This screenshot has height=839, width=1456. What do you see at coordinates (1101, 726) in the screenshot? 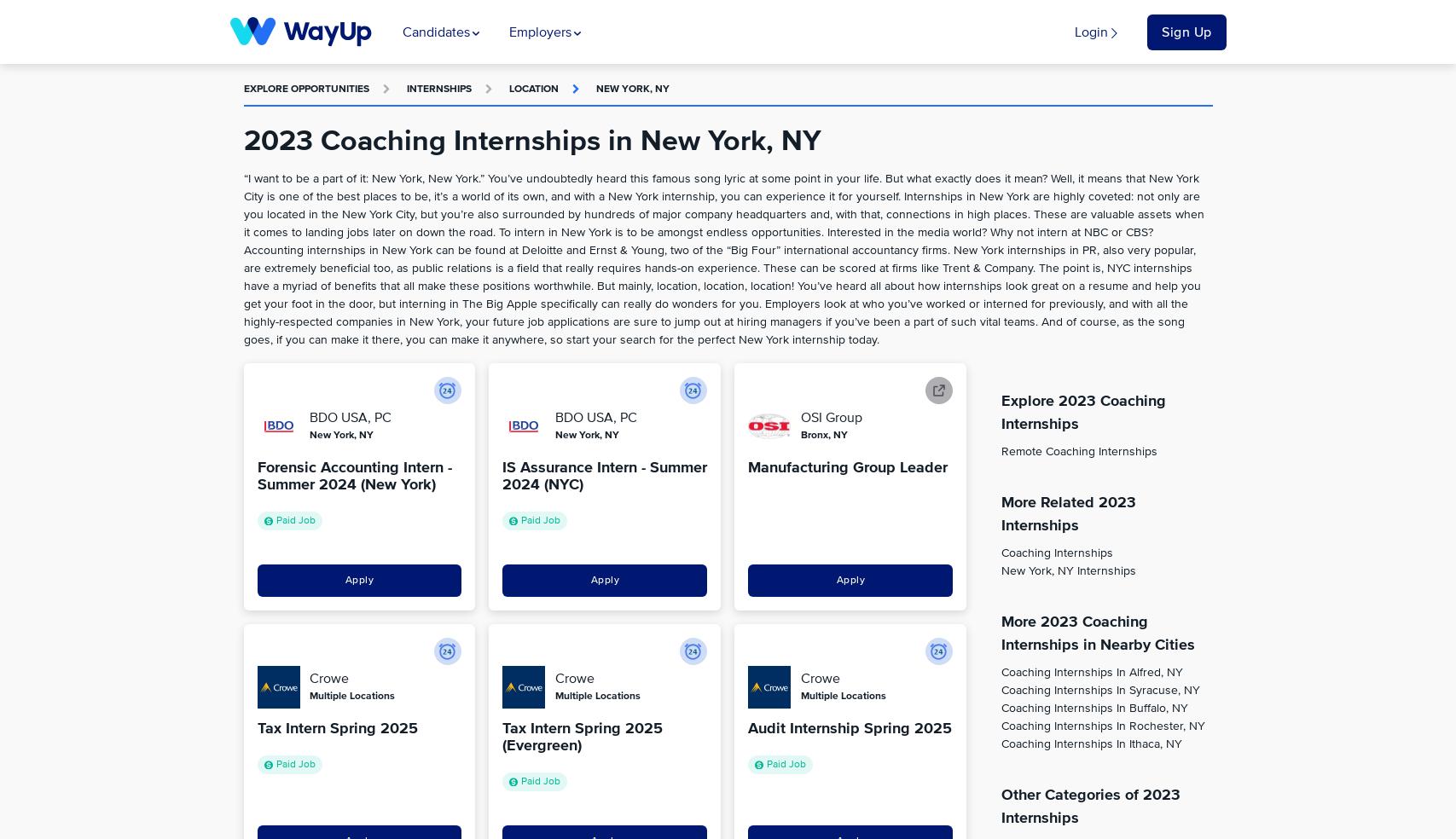
I see `'Coaching Internships in Rochester, NY'` at bounding box center [1101, 726].